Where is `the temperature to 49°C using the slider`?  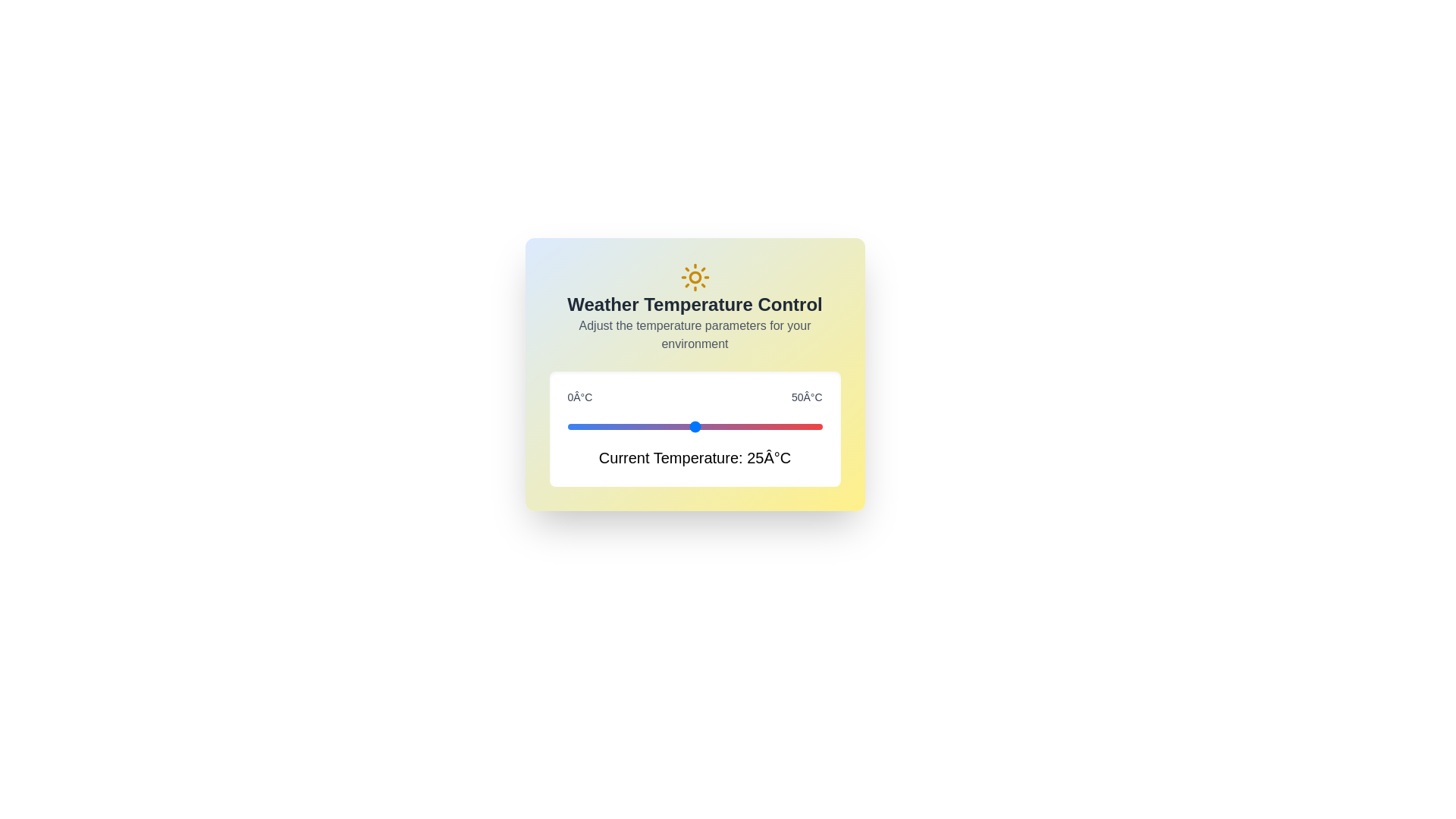 the temperature to 49°C using the slider is located at coordinates (816, 427).